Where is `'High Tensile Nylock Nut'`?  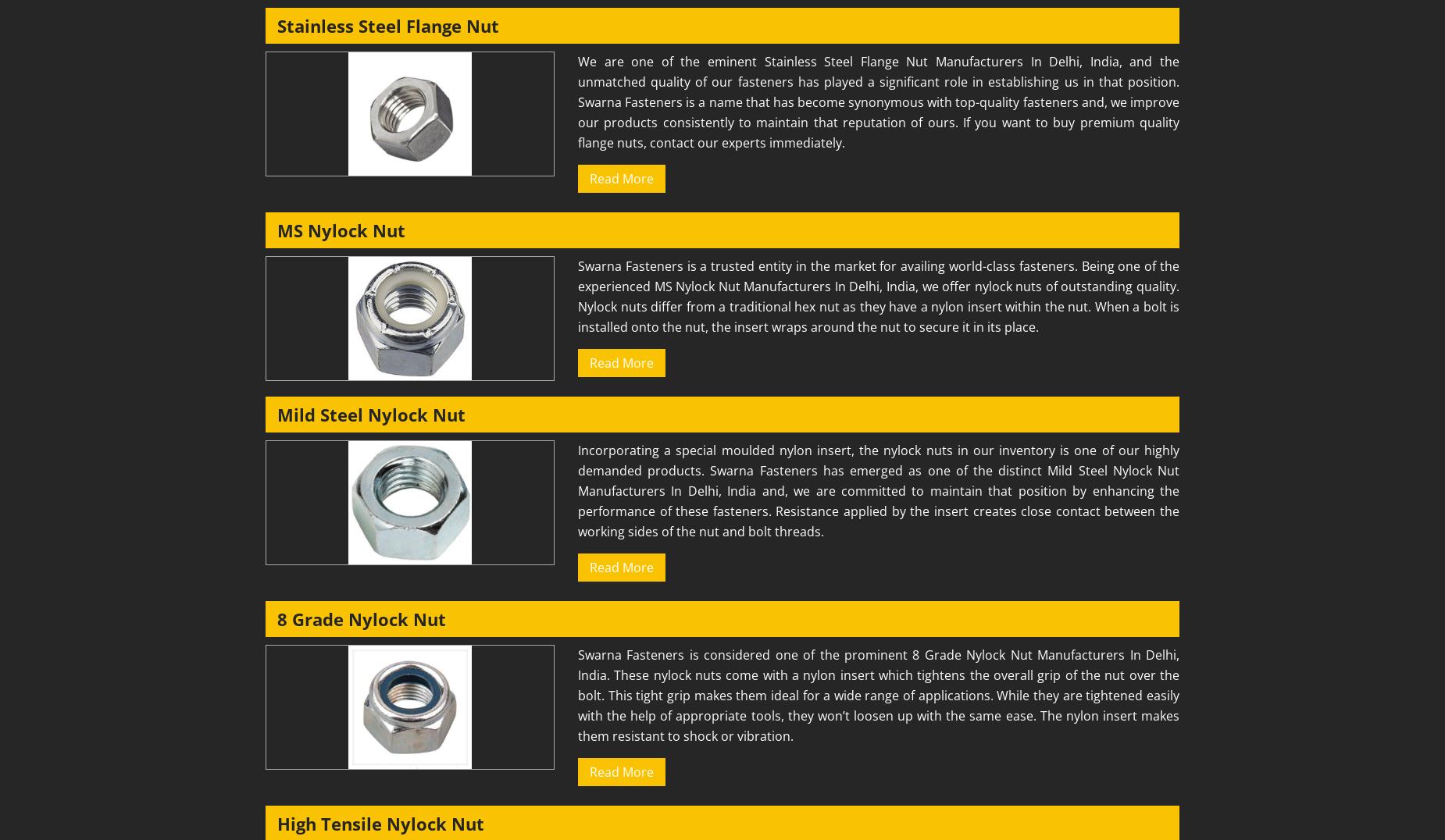 'High Tensile Nylock Nut' is located at coordinates (277, 824).